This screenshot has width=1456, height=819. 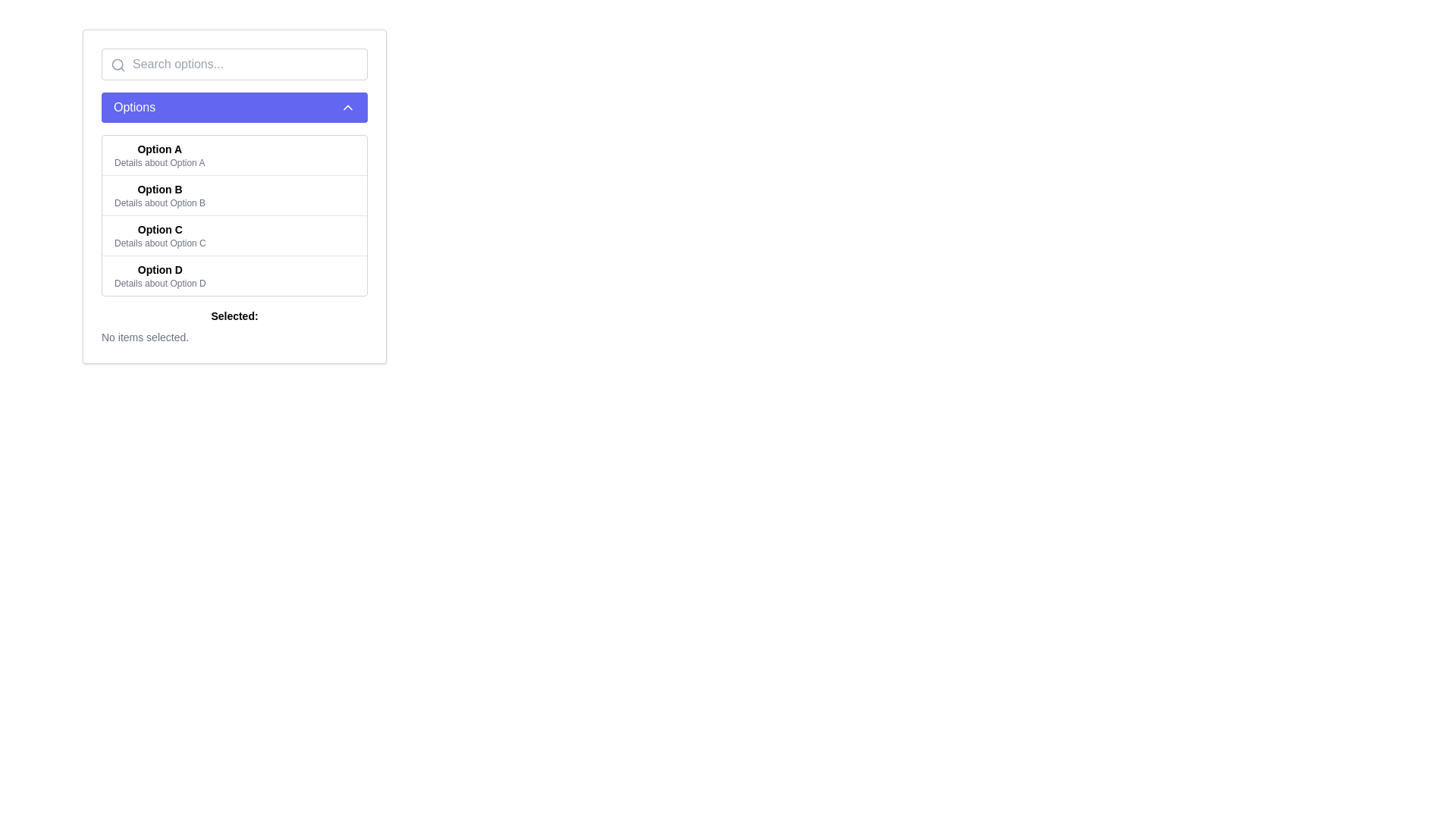 I want to click on to select the first option 'Option A' in the dropdown menu titled 'Options', so click(x=159, y=155).